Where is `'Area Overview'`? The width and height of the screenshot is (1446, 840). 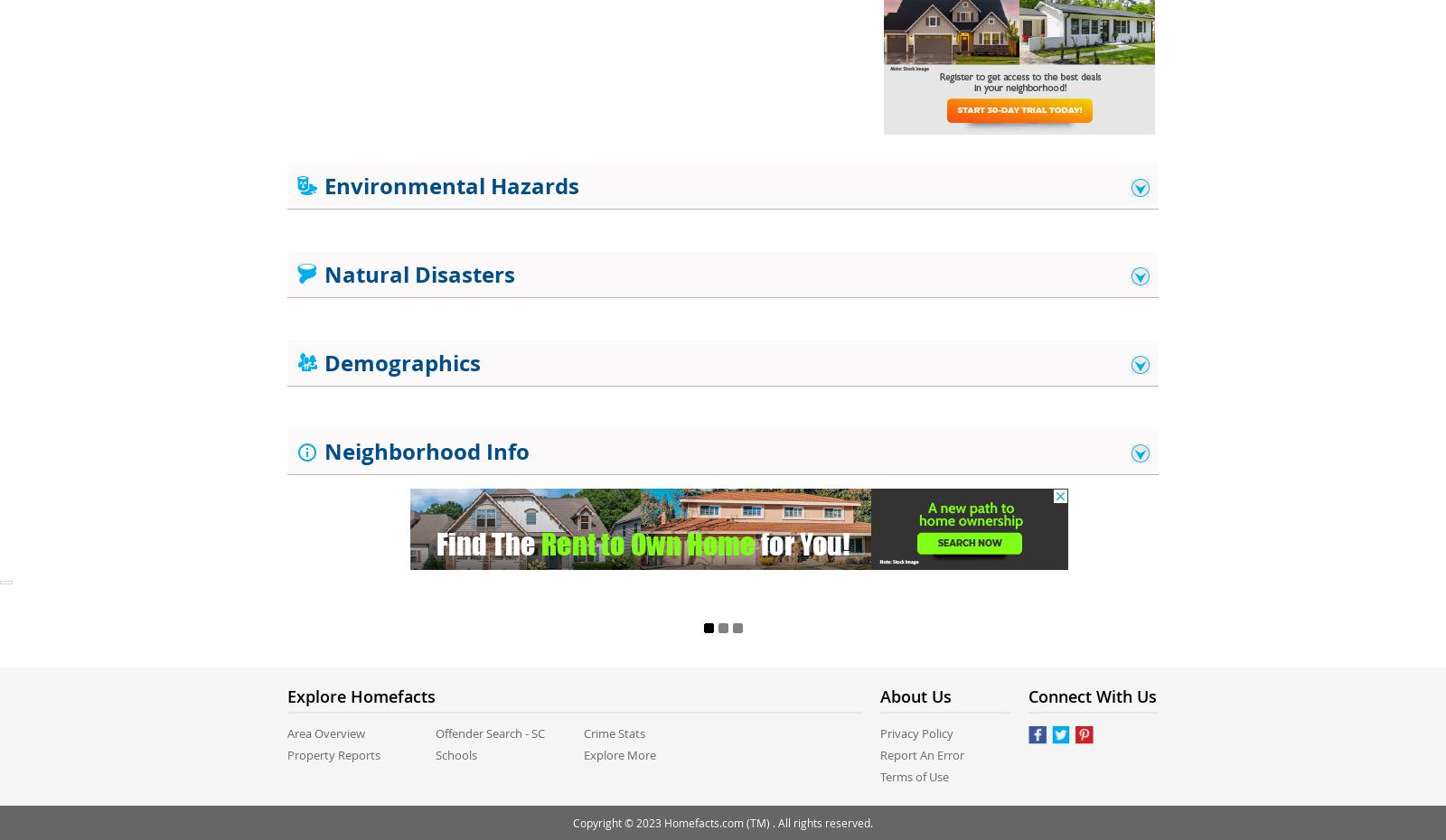 'Area Overview' is located at coordinates (287, 732).